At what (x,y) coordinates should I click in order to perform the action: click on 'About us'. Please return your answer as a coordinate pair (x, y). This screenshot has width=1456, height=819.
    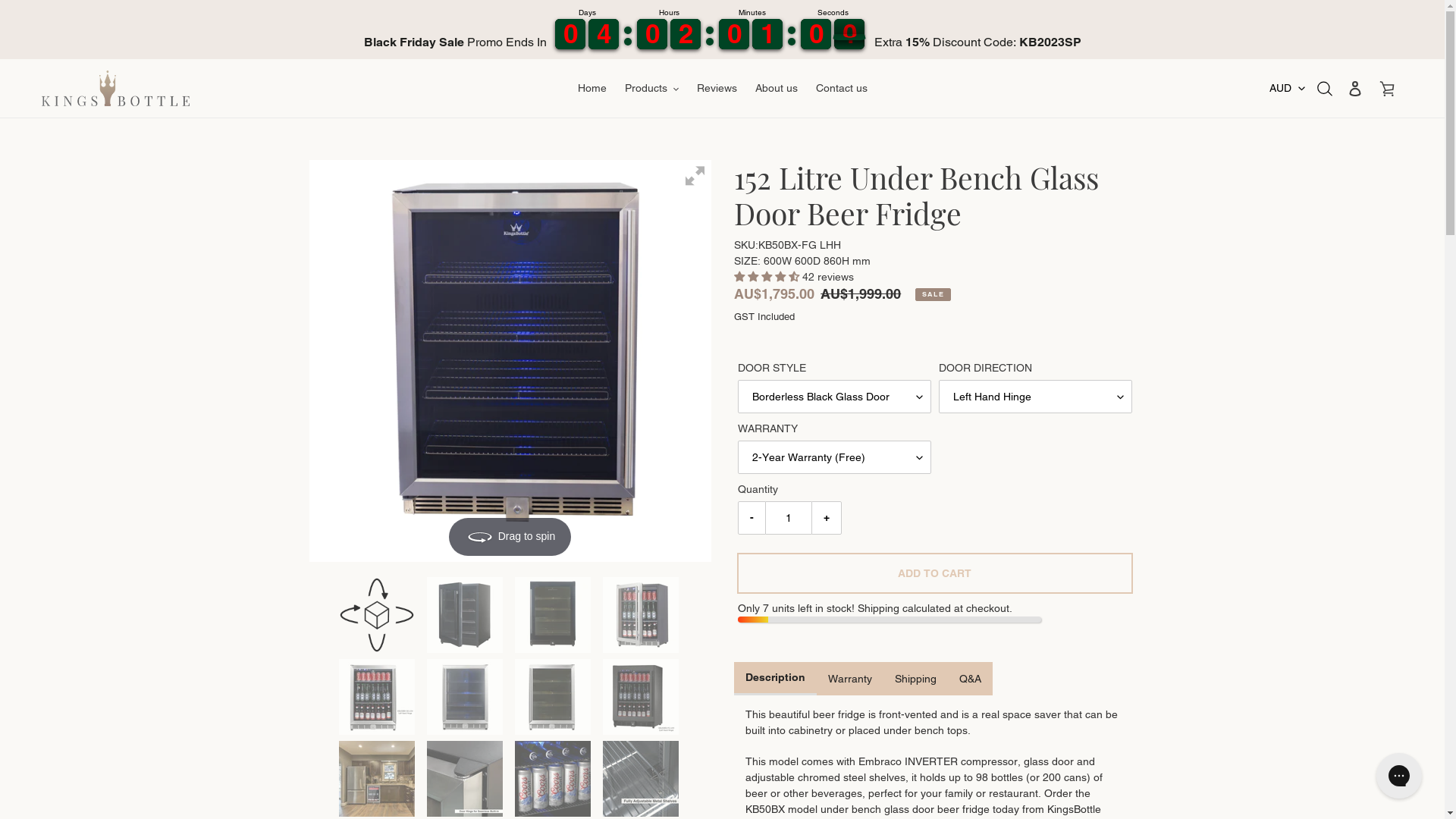
    Looking at the image, I should click on (747, 88).